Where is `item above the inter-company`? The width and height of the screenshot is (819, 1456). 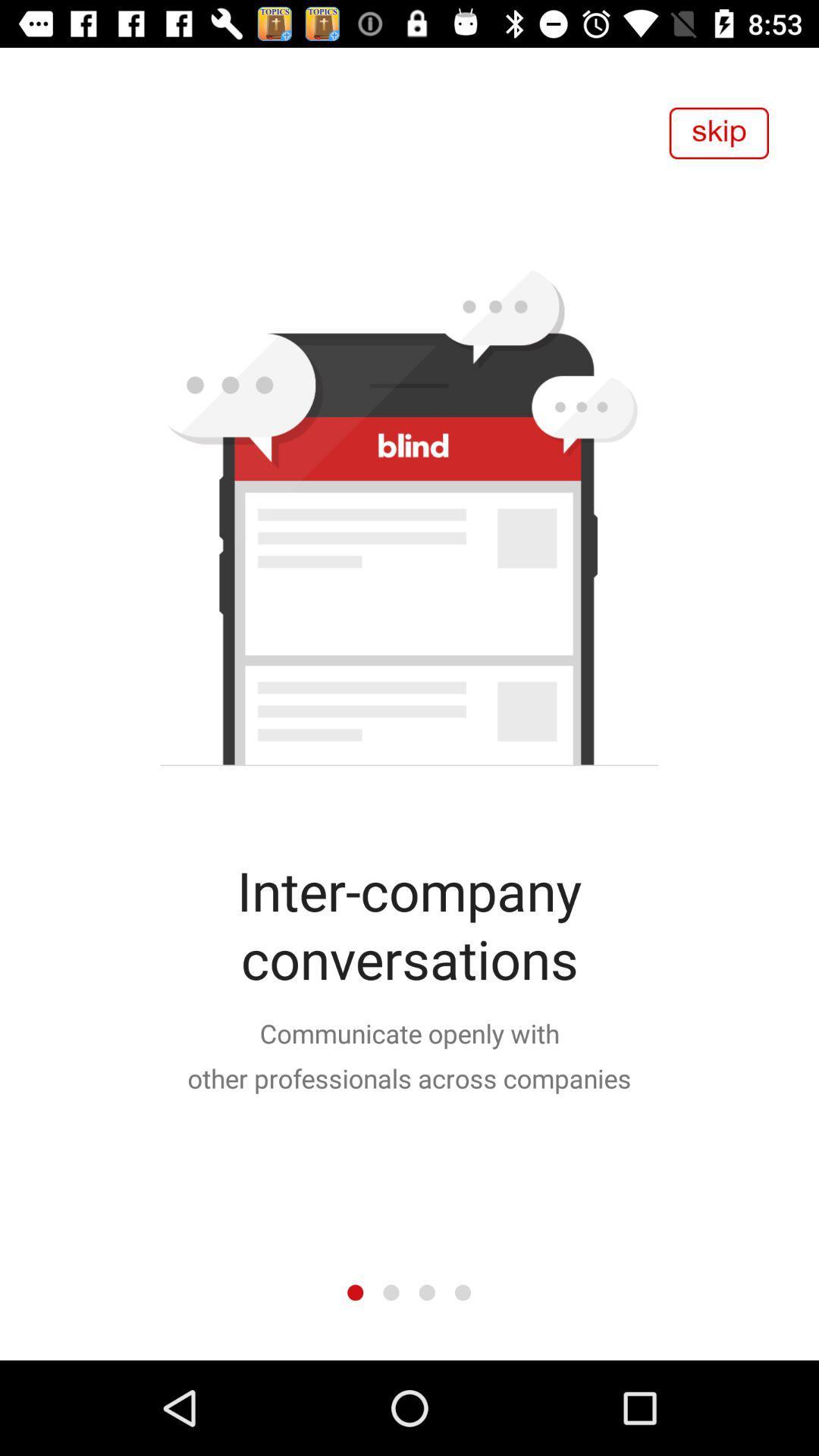
item above the inter-company is located at coordinates (718, 133).